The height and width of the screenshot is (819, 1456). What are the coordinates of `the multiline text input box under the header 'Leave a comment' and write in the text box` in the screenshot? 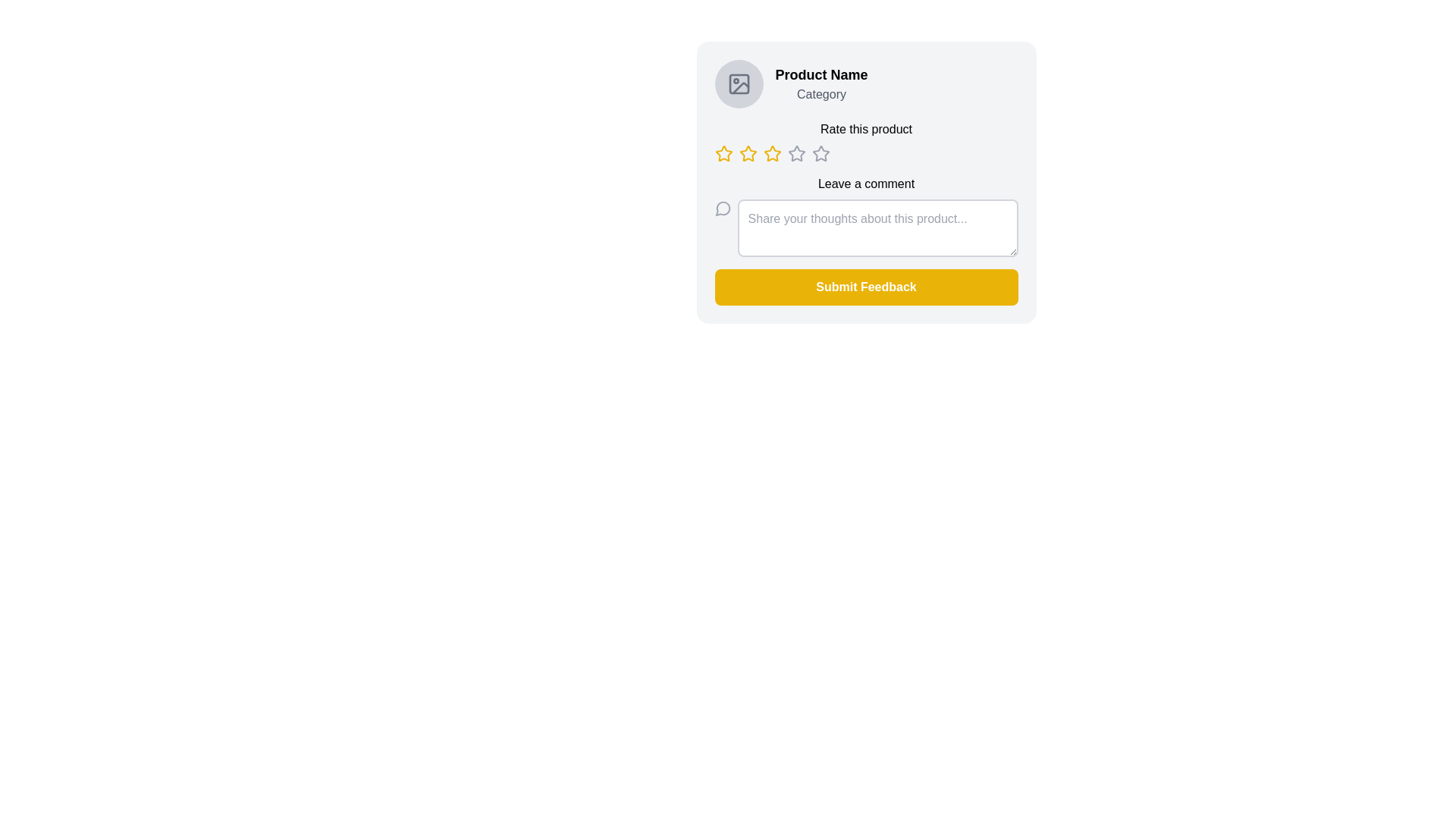 It's located at (866, 216).